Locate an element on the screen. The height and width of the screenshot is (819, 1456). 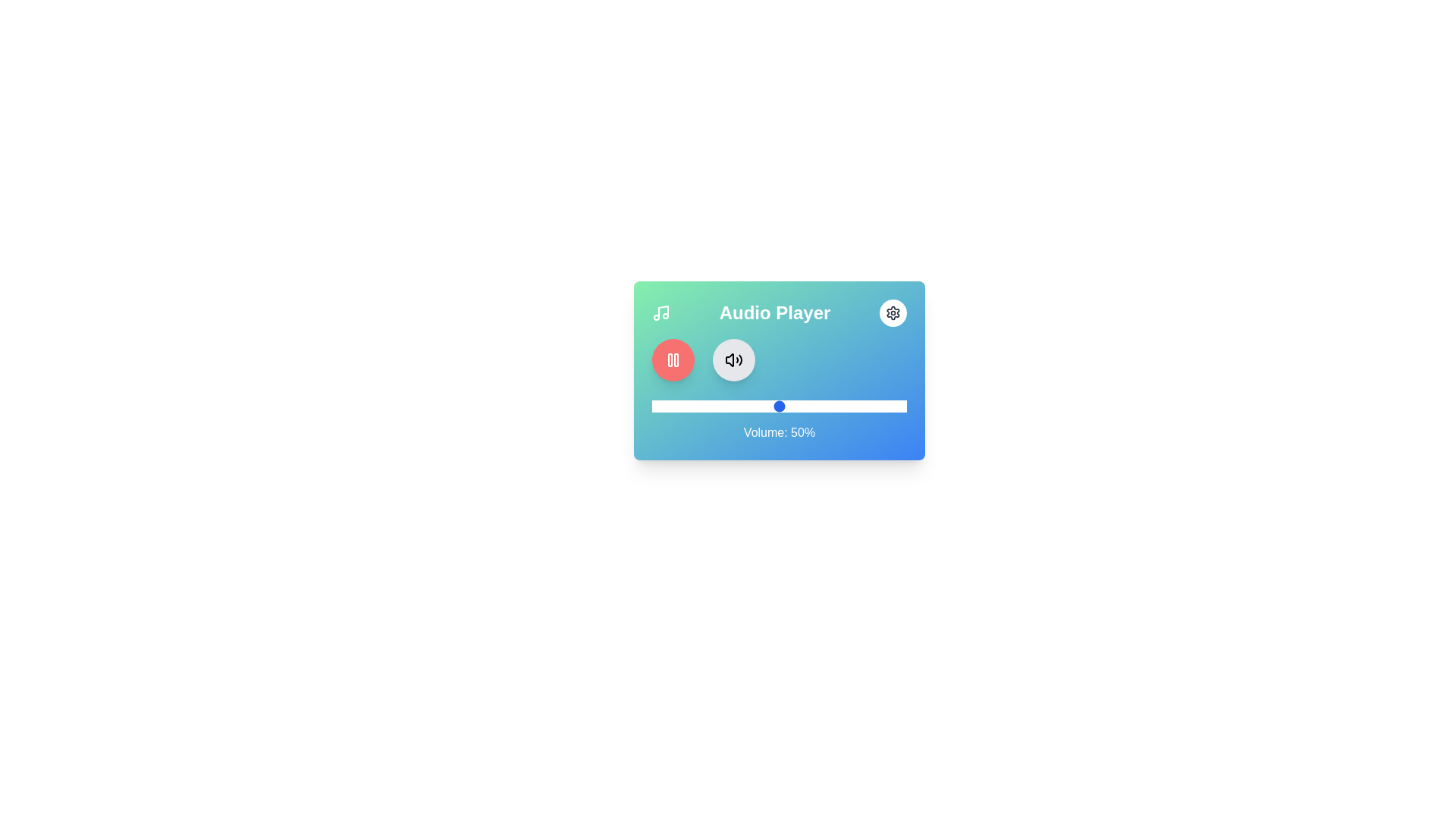
the right vertical rectangle of the pause icon within the media player control panel is located at coordinates (676, 359).